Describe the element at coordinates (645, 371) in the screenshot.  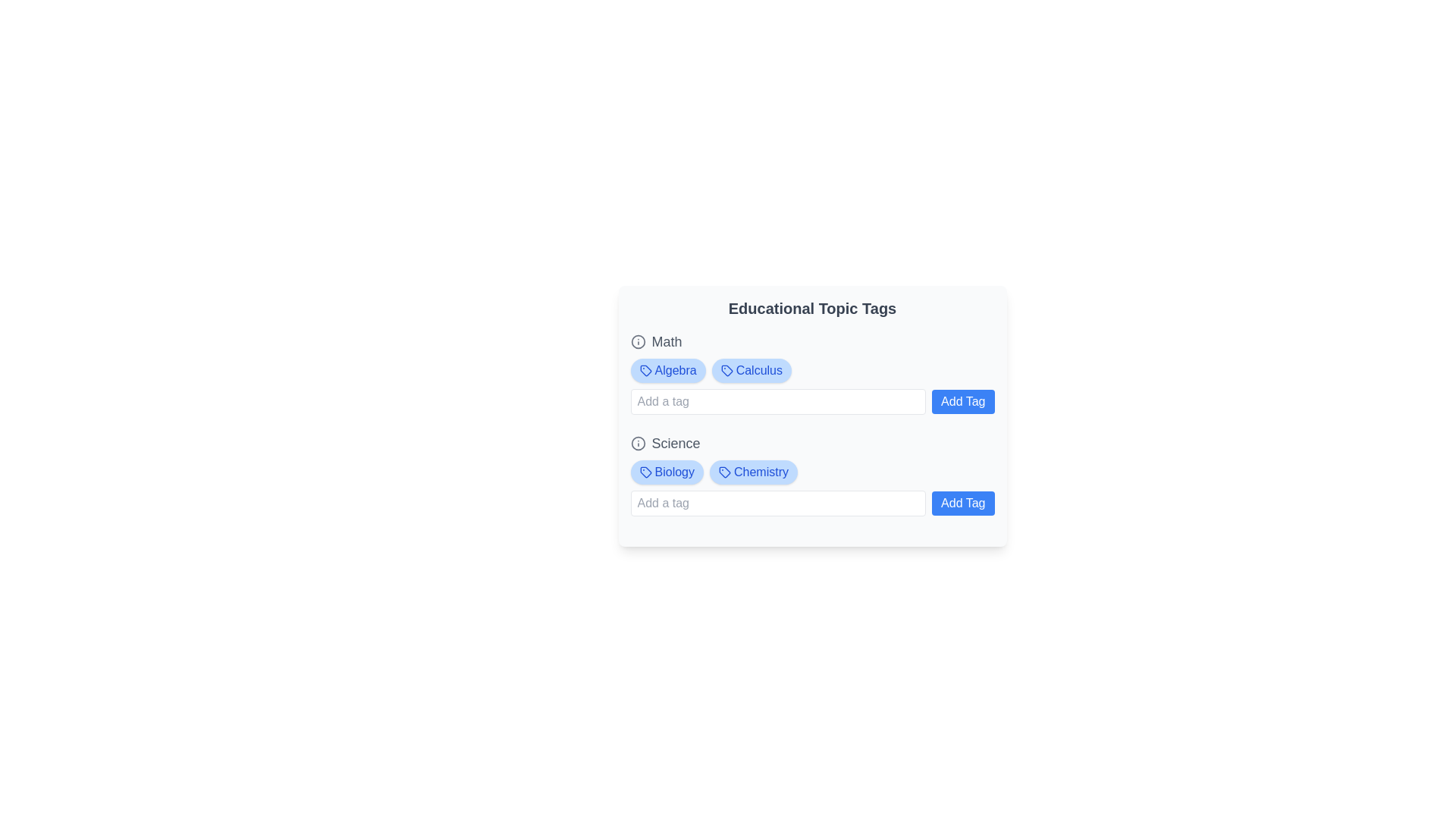
I see `the tag icon located to the left of the 'Algebra' text within the Math category section, if it is enabled` at that location.